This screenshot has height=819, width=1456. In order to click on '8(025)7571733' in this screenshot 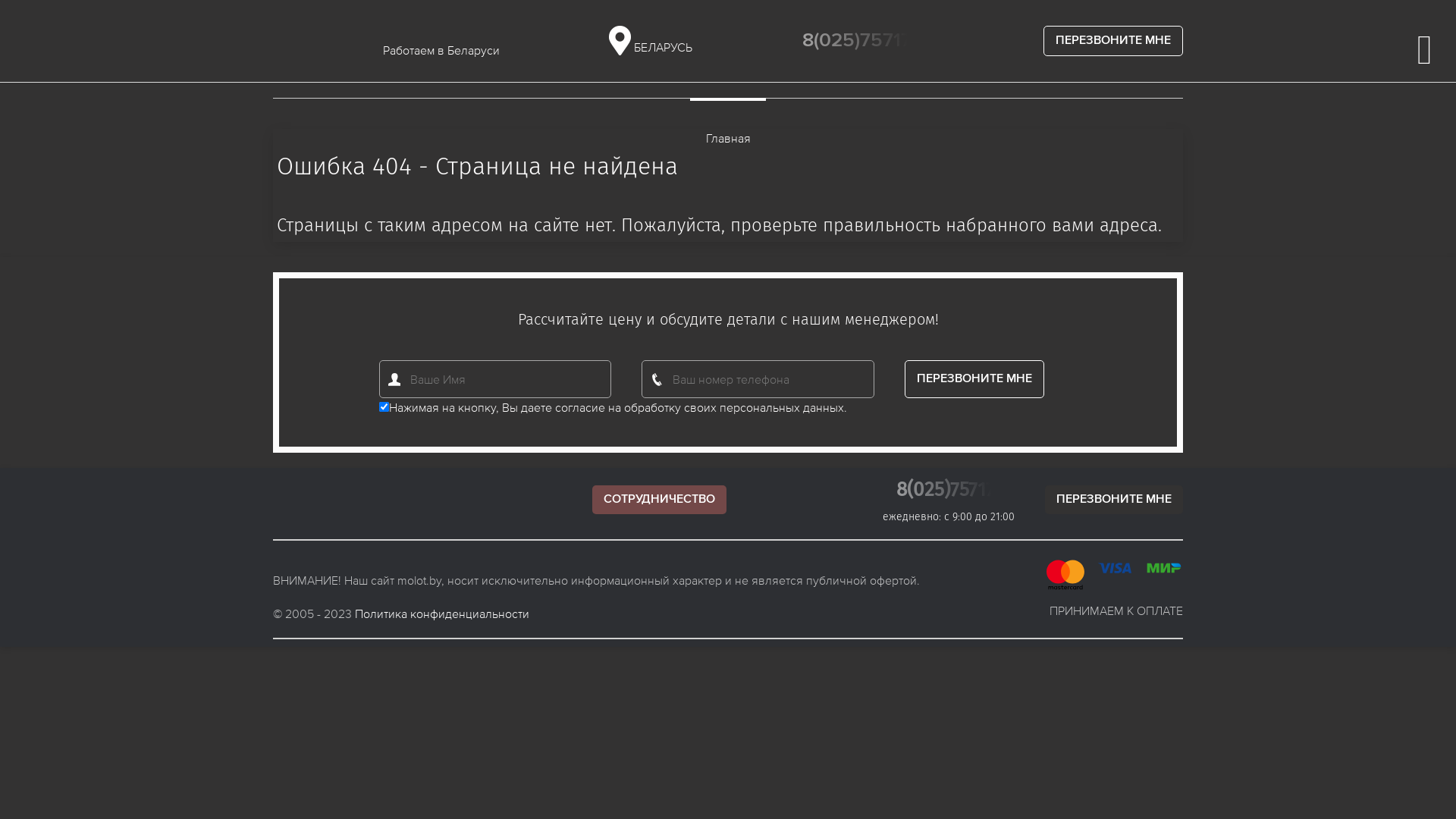, I will do `click(954, 489)`.